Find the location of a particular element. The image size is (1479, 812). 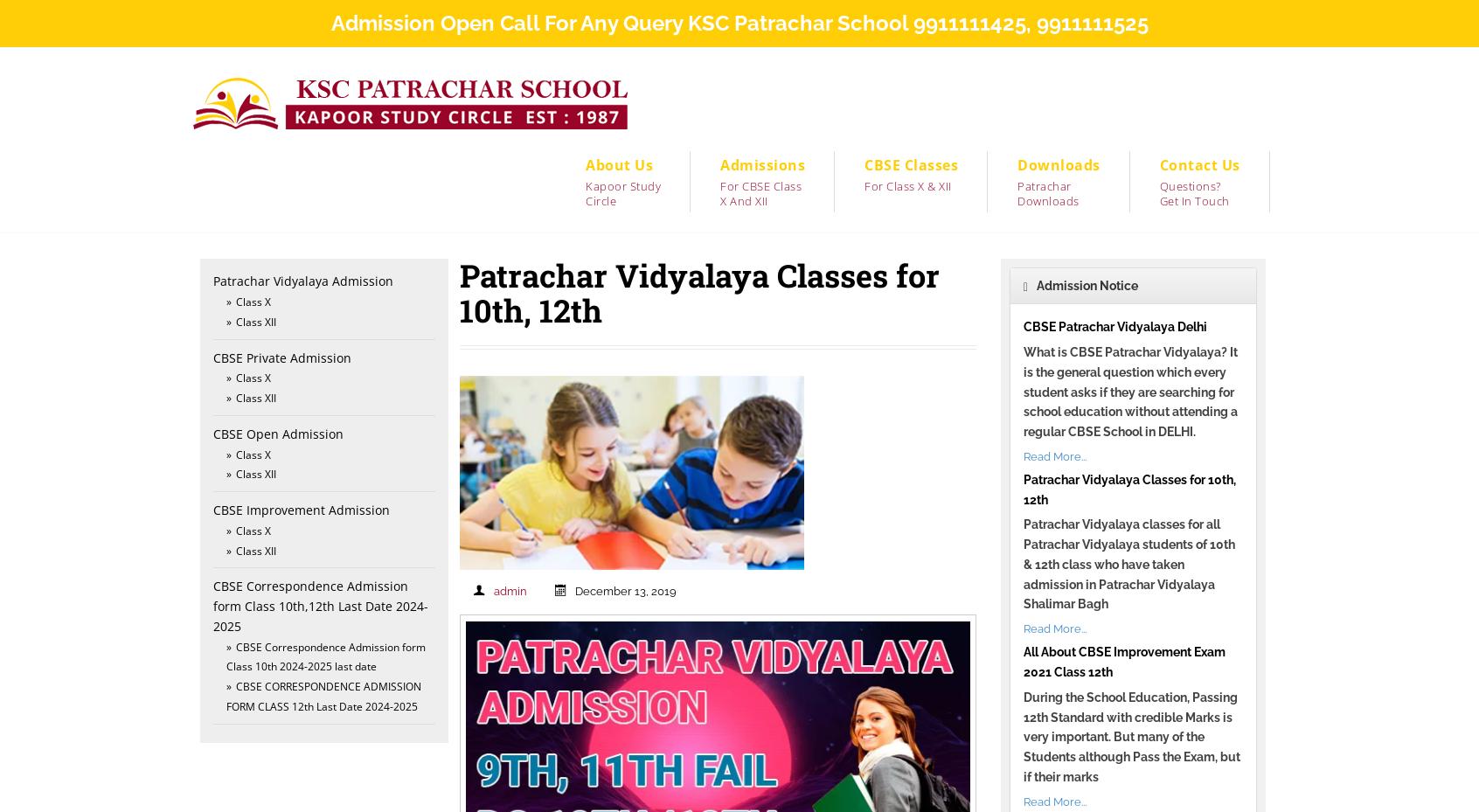

'CBSE Correspondence Admission form Class 10th 2024-2025 last date' is located at coordinates (325, 656).